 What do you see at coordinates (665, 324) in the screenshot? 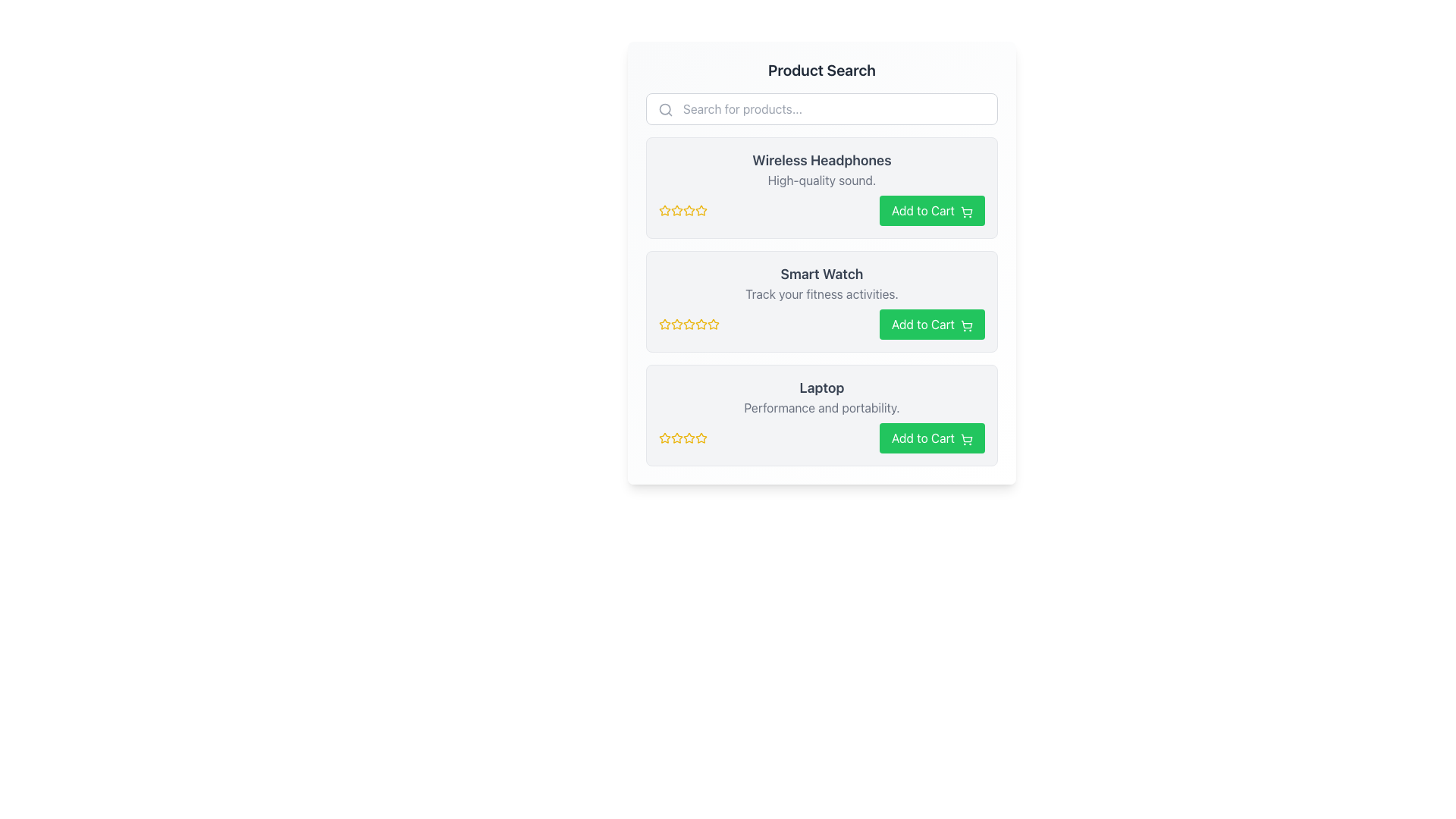
I see `the first star icon` at bounding box center [665, 324].